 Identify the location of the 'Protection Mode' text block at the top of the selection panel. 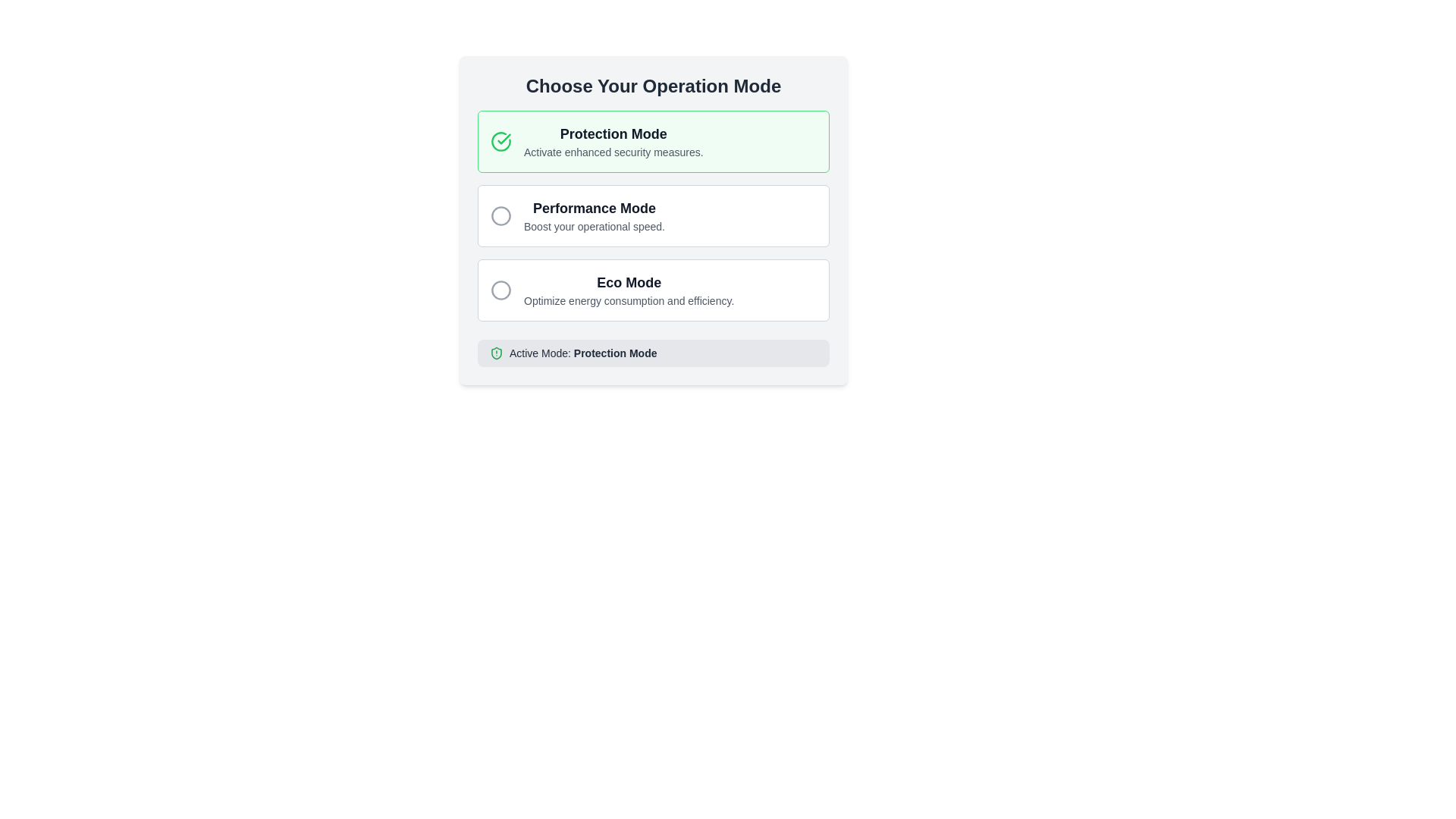
(613, 141).